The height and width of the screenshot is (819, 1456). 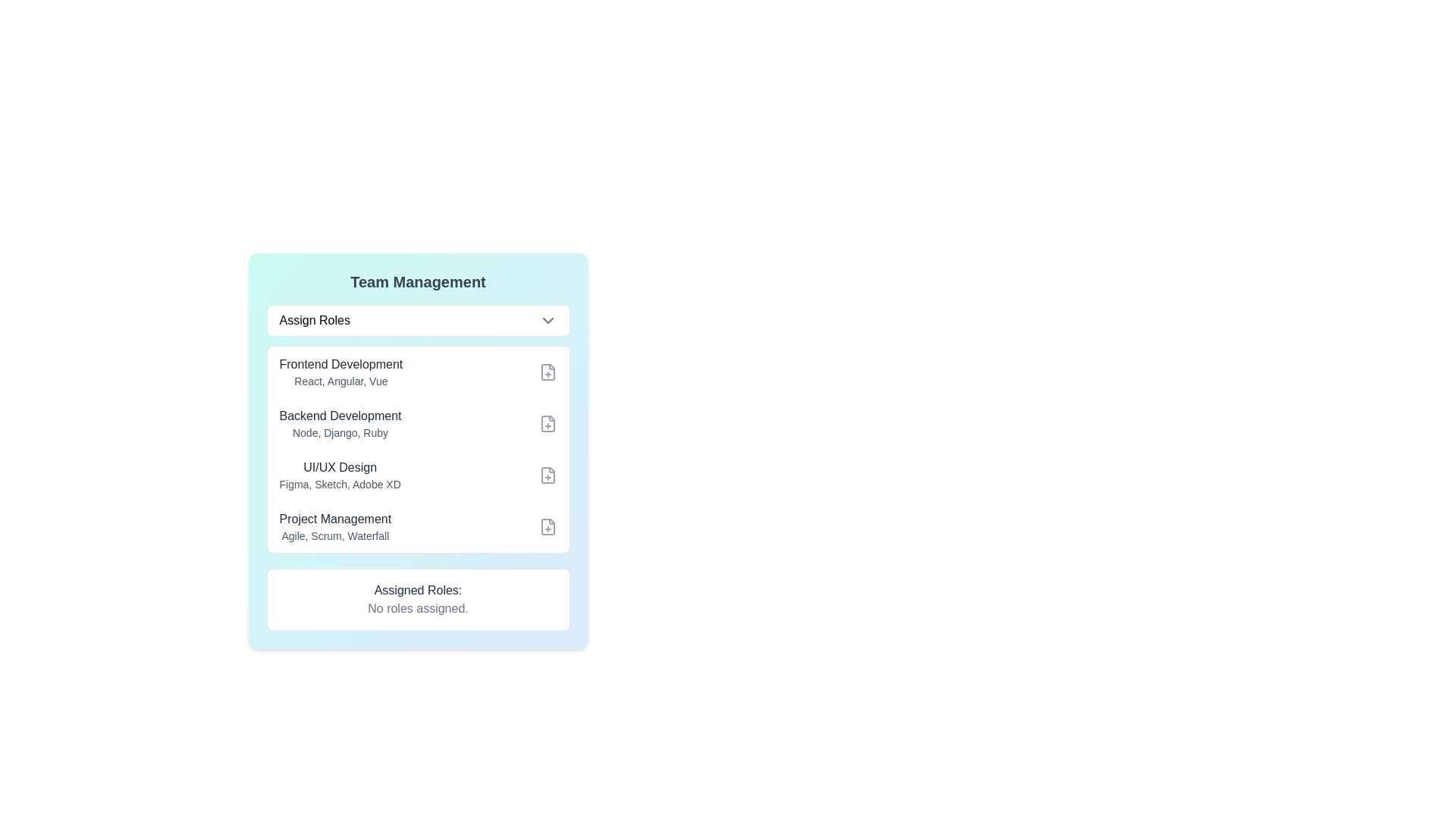 What do you see at coordinates (547, 320) in the screenshot?
I see `the dropdown indicator icon located on the far-right side of the 'Assign Roles' section in the 'Team Management' interface to possibly see a tooltip` at bounding box center [547, 320].